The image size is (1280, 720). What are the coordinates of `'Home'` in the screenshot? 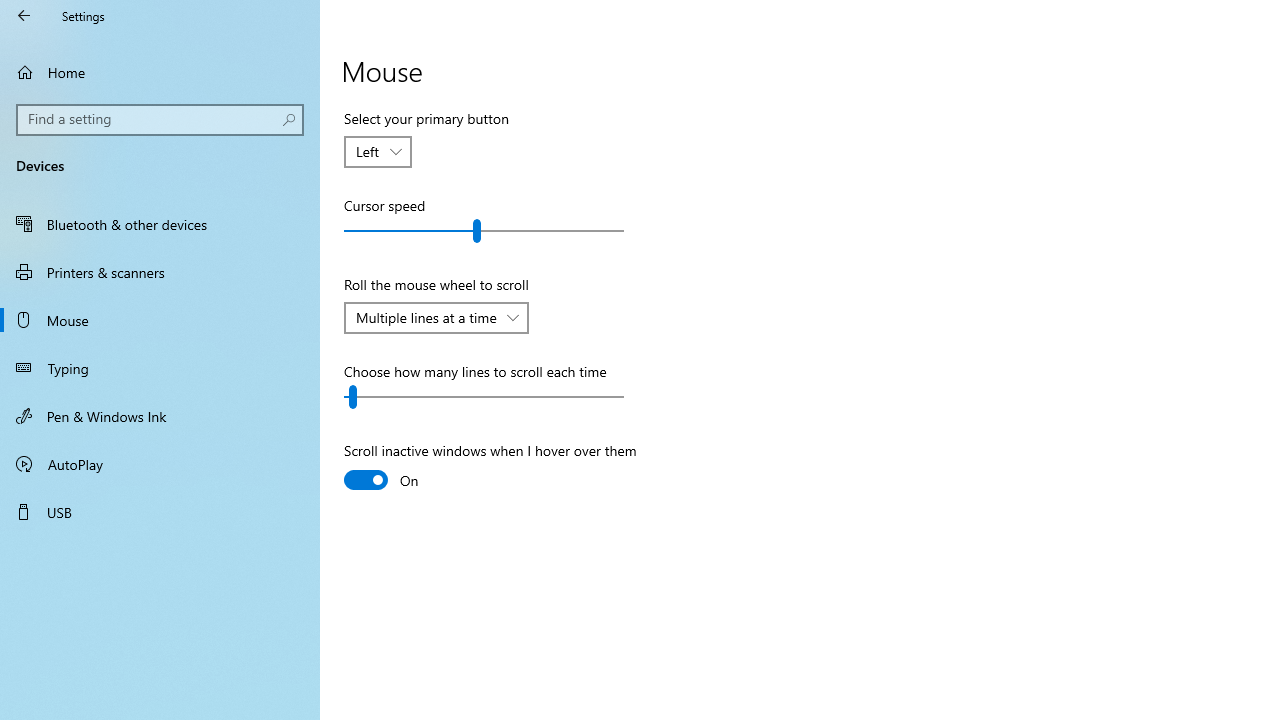 It's located at (160, 71).